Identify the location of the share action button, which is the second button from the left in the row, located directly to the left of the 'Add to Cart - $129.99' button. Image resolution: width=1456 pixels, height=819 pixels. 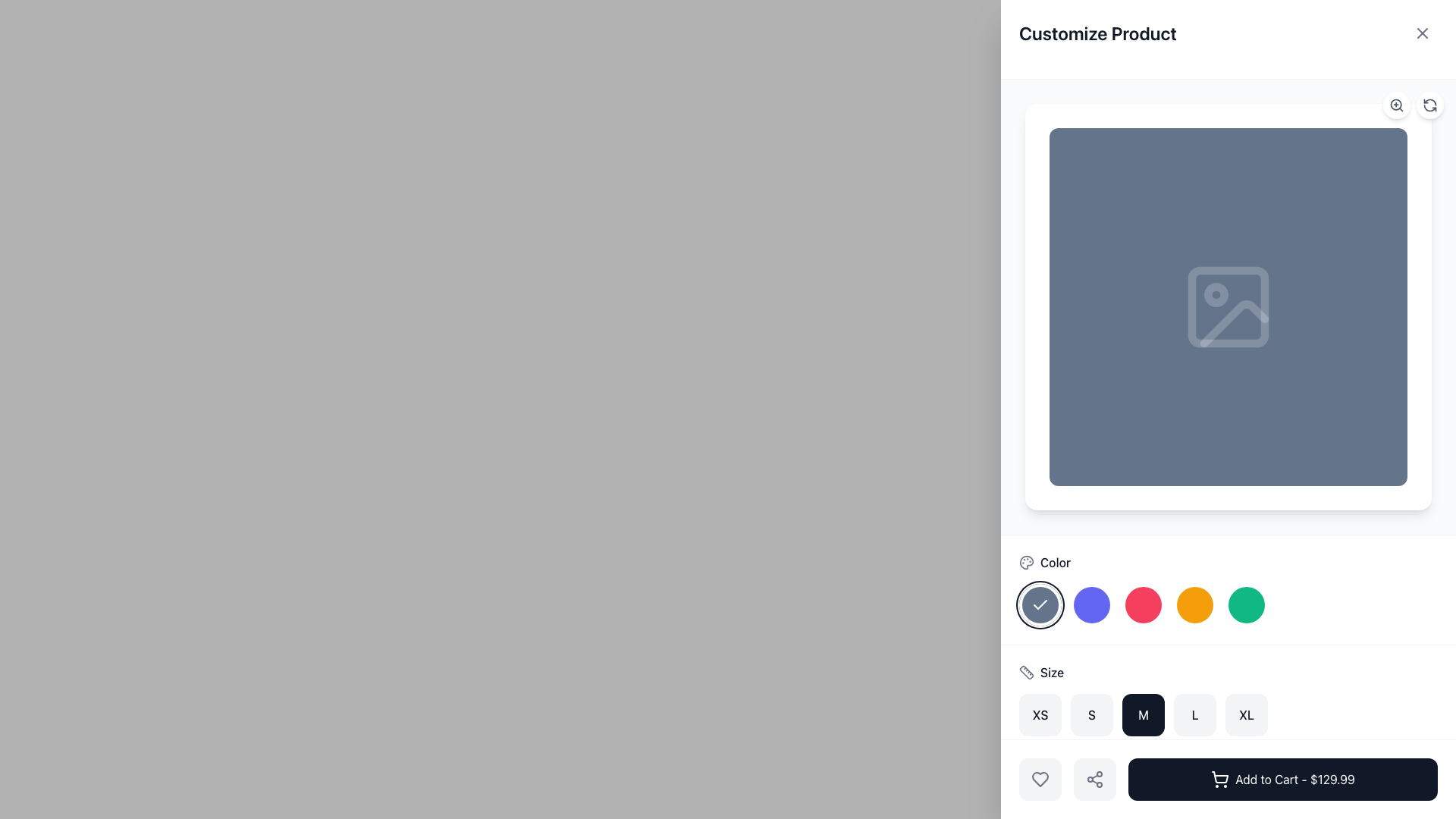
(1095, 780).